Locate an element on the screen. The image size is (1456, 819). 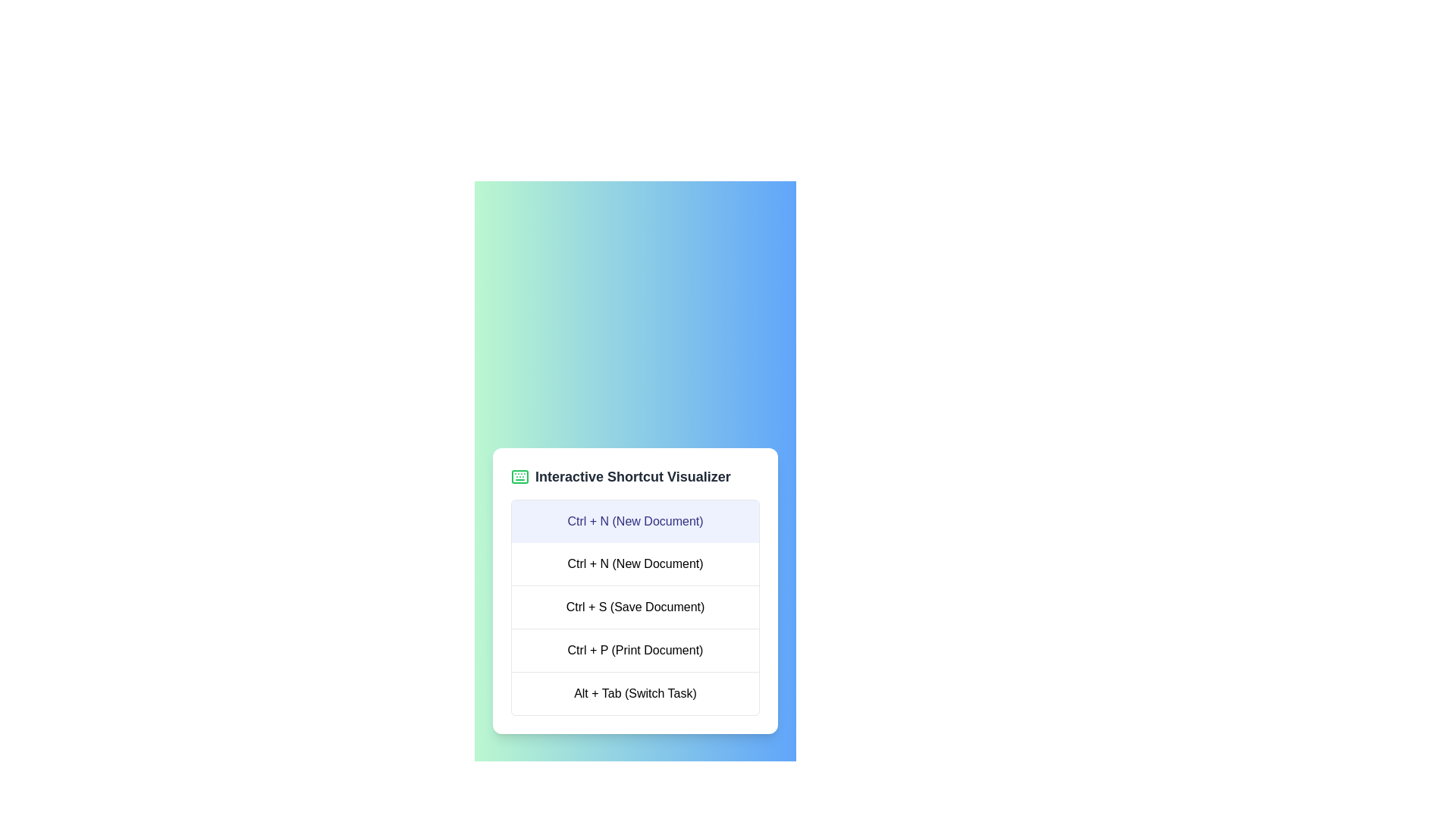
the keyboard icon representing the 'Interactive Shortcut Visualizer' located at the leftmost position in the header text block is located at coordinates (520, 475).